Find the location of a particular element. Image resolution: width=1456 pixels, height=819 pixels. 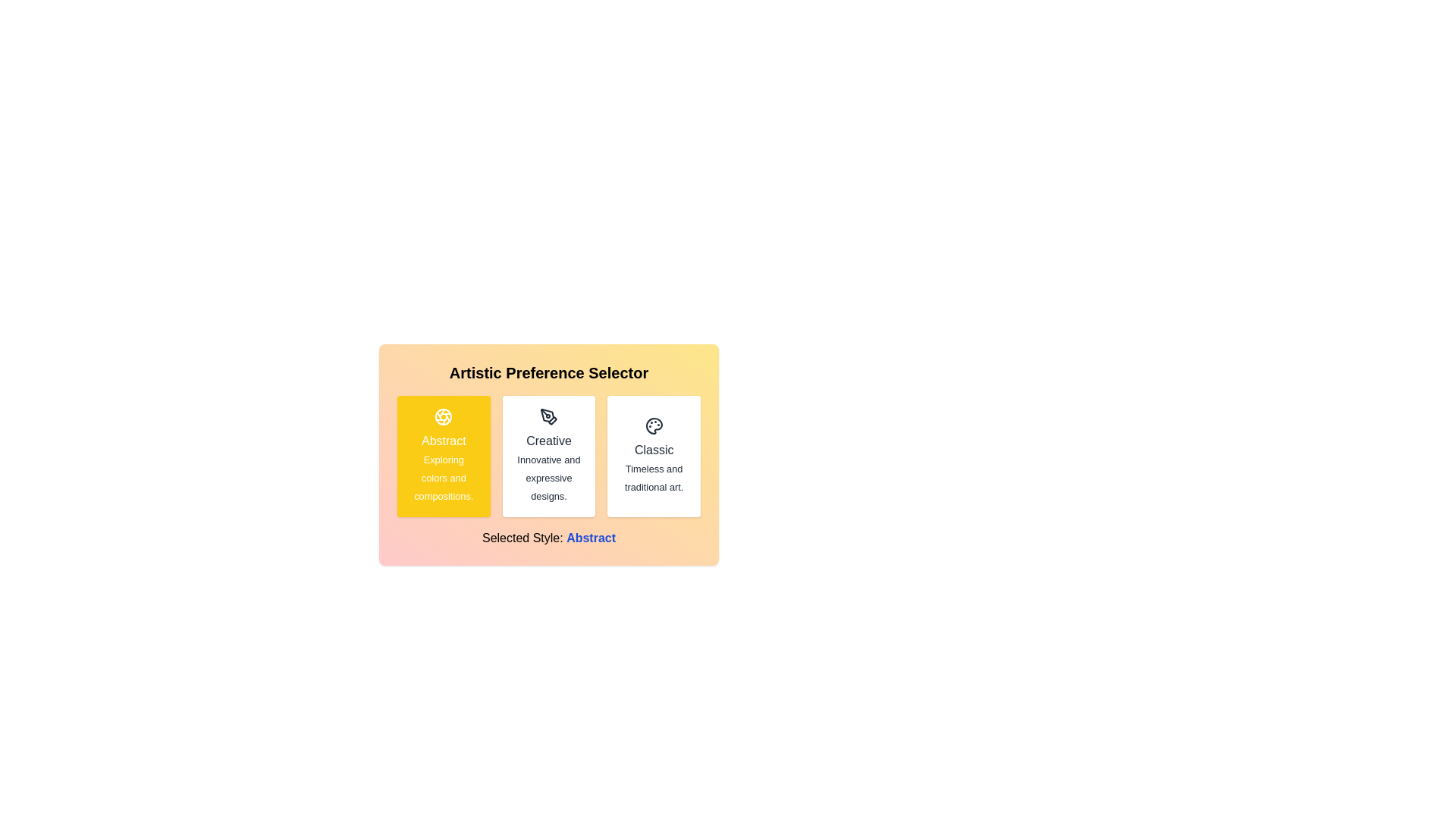

the icon for the artistic style Creative is located at coordinates (548, 417).